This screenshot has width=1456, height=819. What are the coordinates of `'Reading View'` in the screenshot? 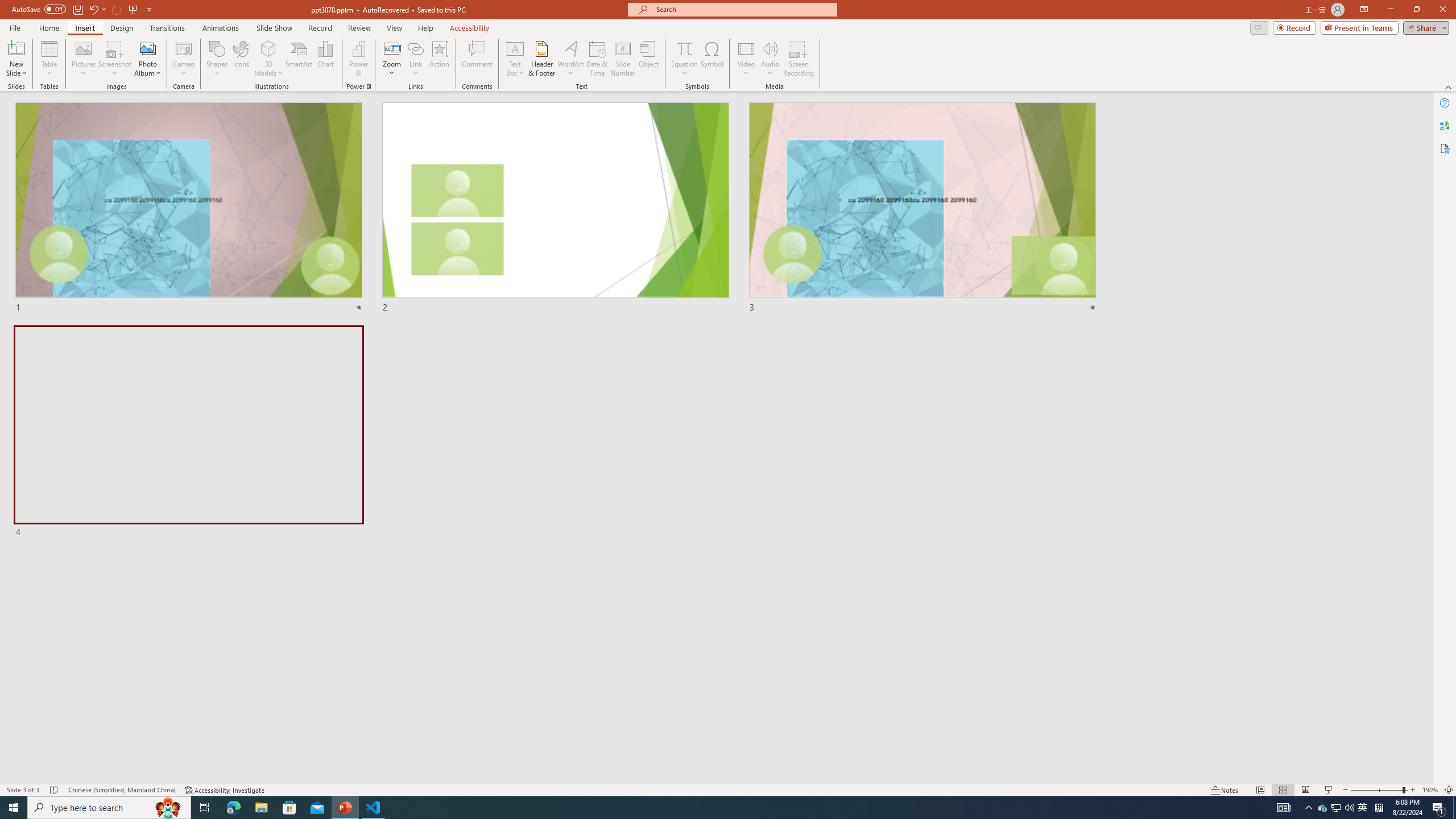 It's located at (1305, 790).